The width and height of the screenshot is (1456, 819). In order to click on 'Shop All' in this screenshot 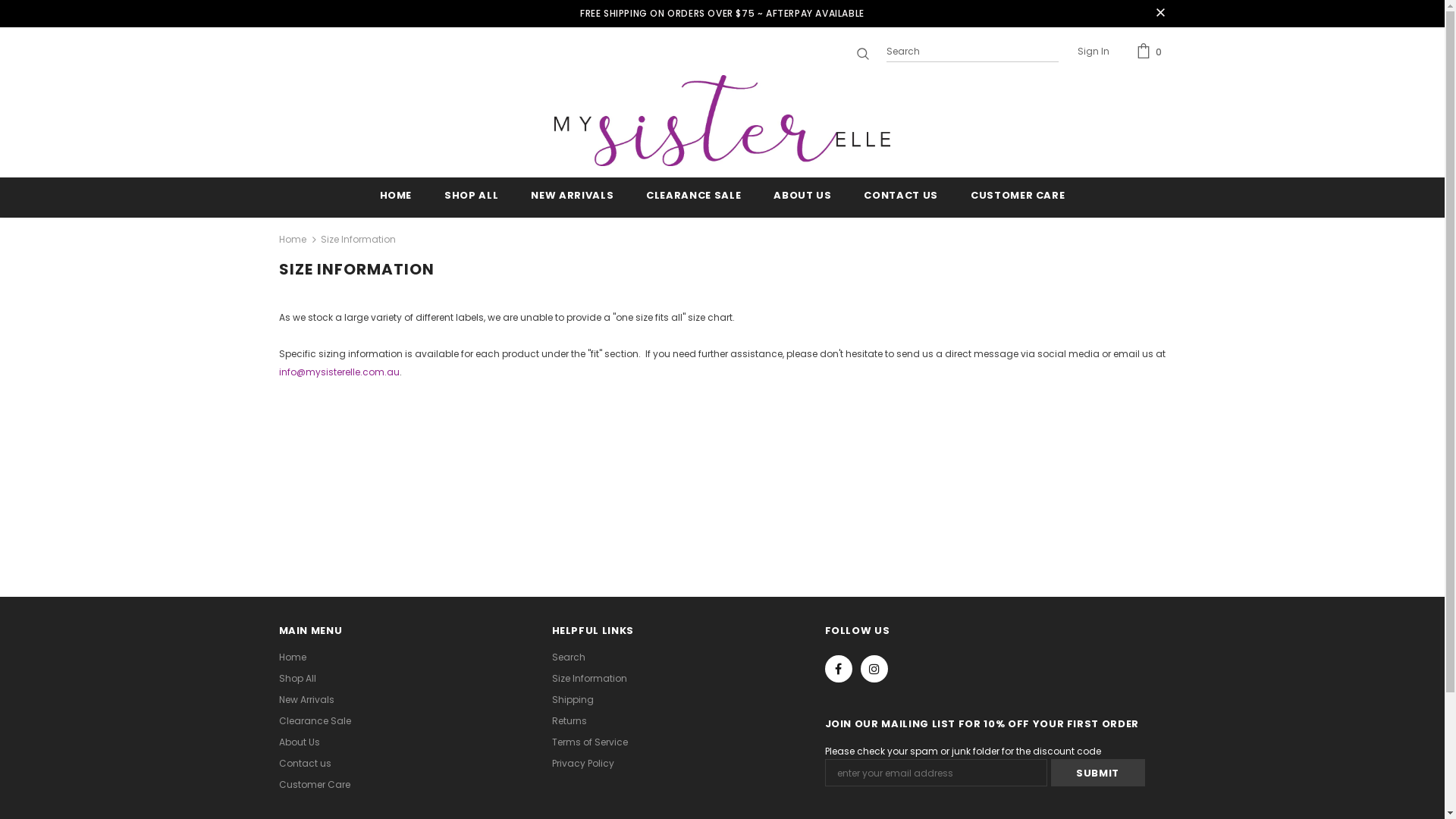, I will do `click(297, 677)`.